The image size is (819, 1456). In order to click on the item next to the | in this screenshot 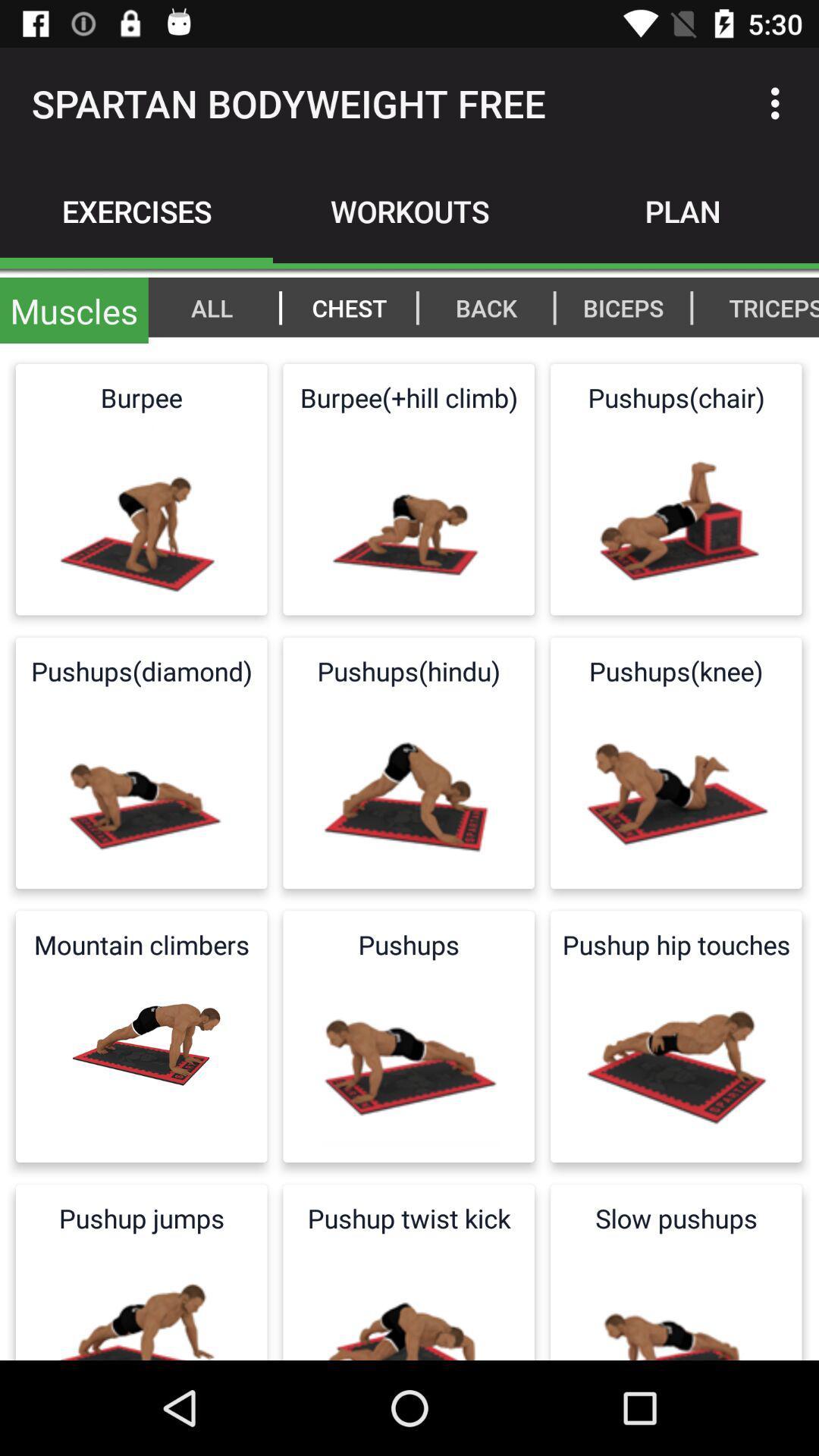, I will do `click(486, 306)`.